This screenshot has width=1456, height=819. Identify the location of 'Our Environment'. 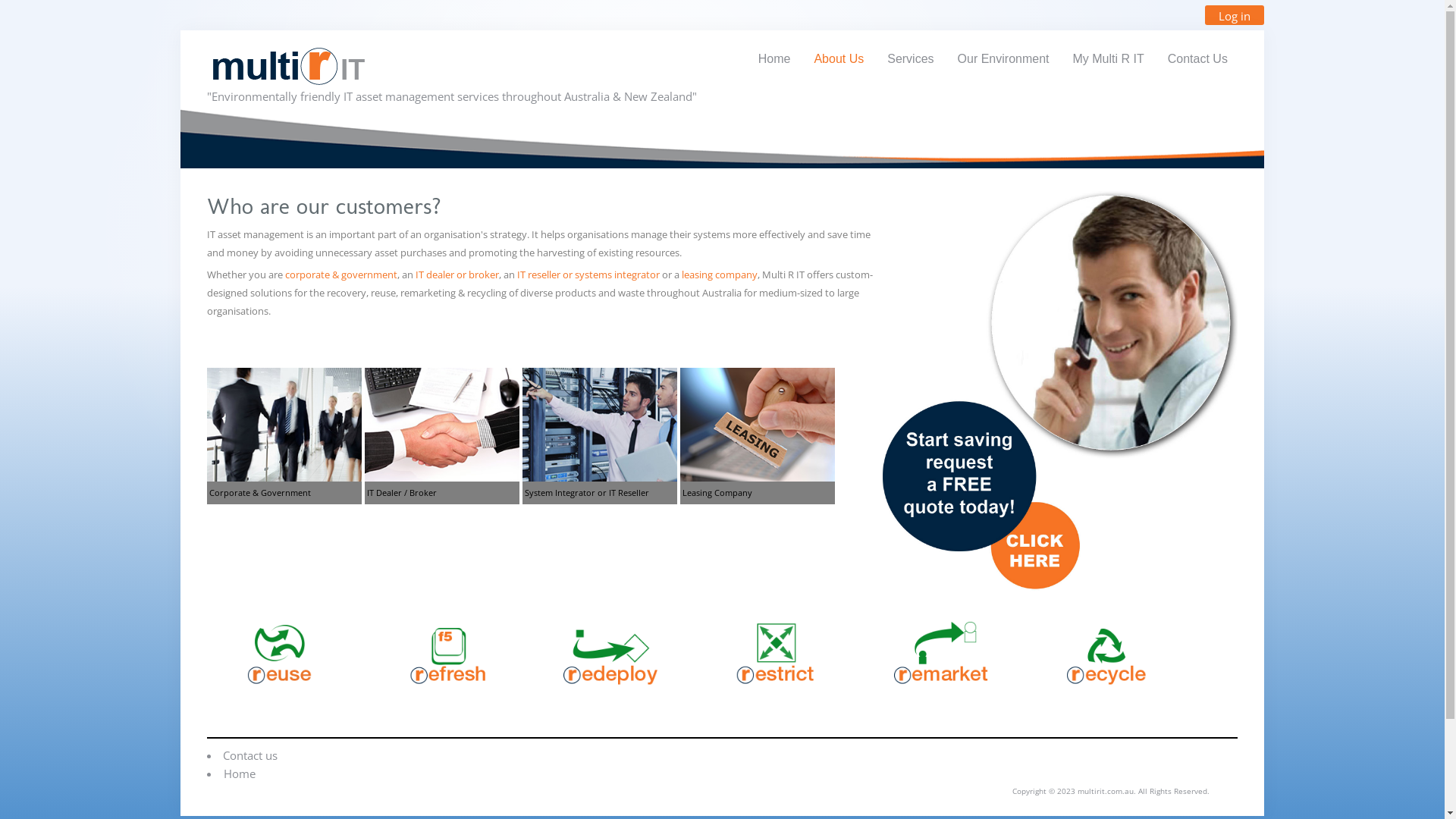
(1003, 58).